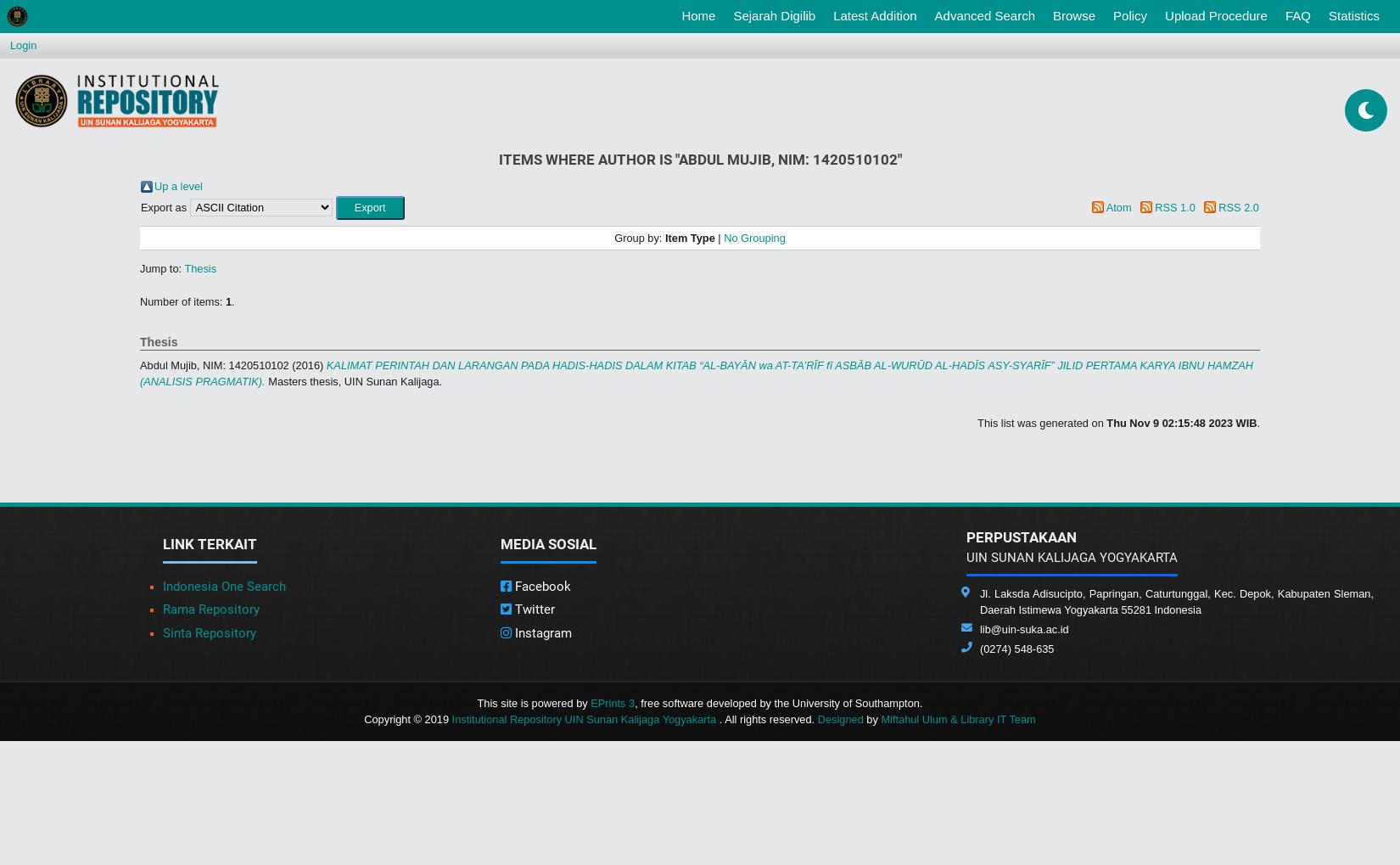  What do you see at coordinates (1237, 207) in the screenshot?
I see `'RSS 2.0'` at bounding box center [1237, 207].